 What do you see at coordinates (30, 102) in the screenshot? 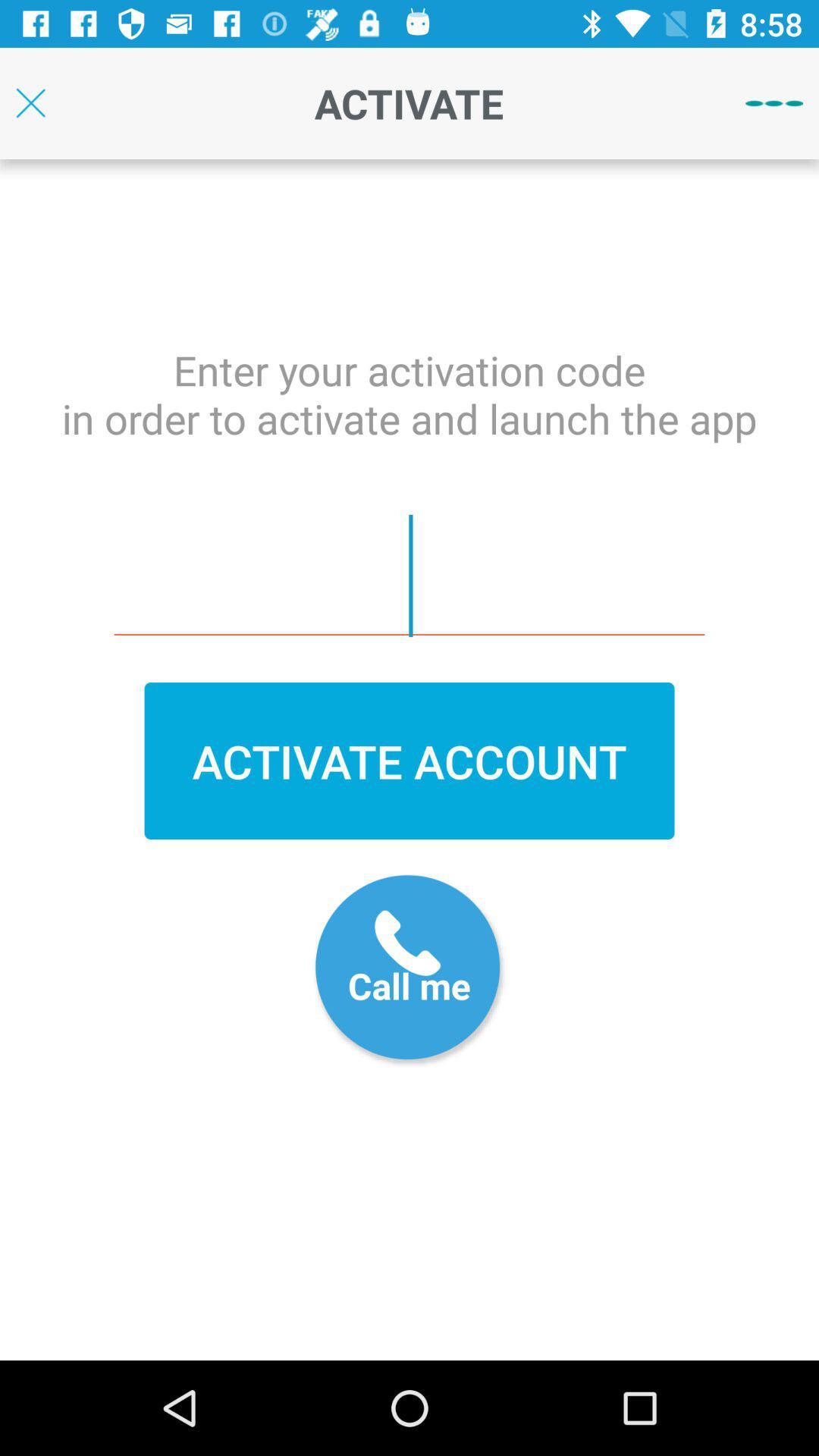
I see `the page` at bounding box center [30, 102].